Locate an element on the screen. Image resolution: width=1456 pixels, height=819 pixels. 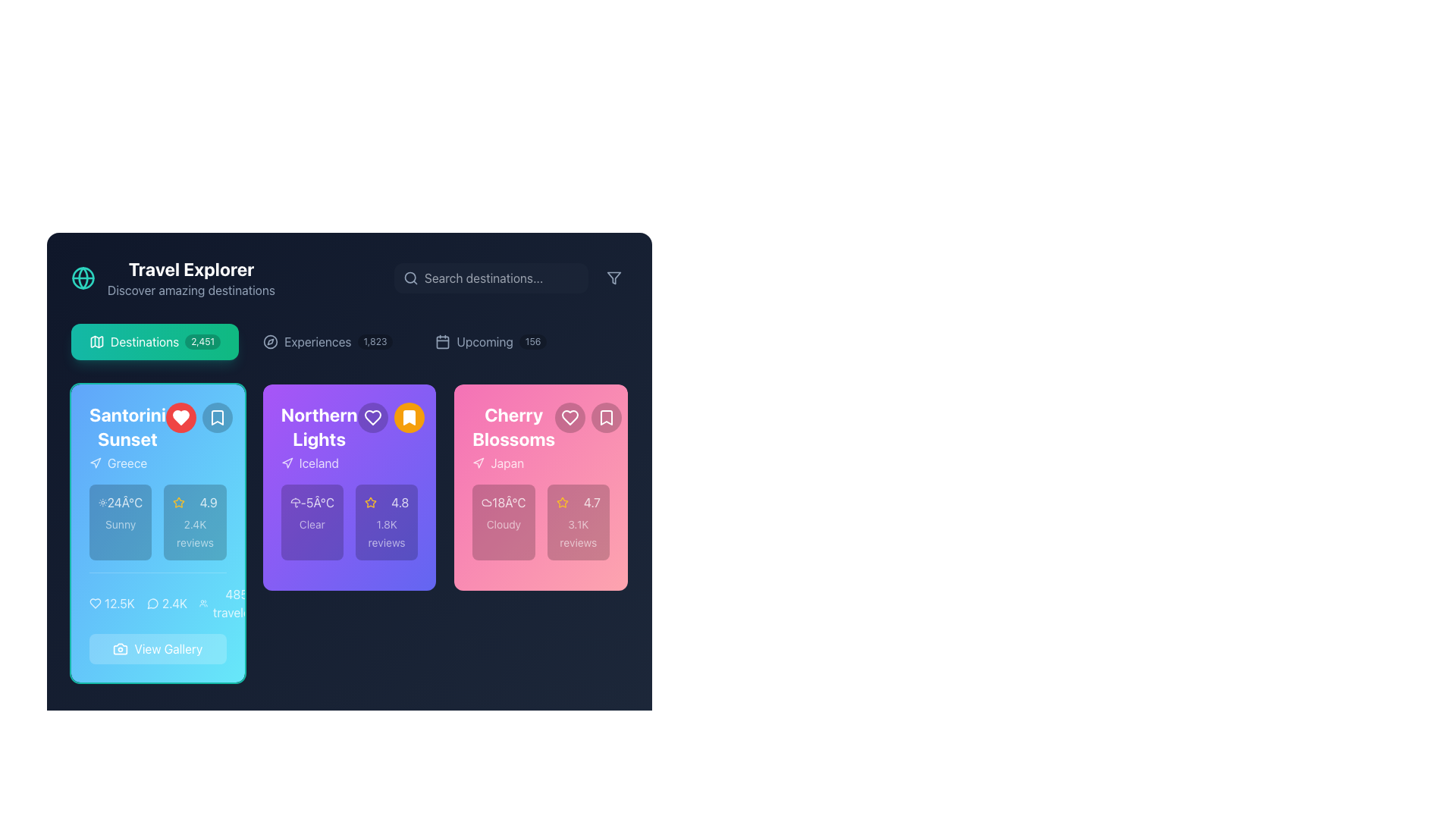
the Text label that serves as a descriptive title for the button related to destinations is located at coordinates (145, 342).